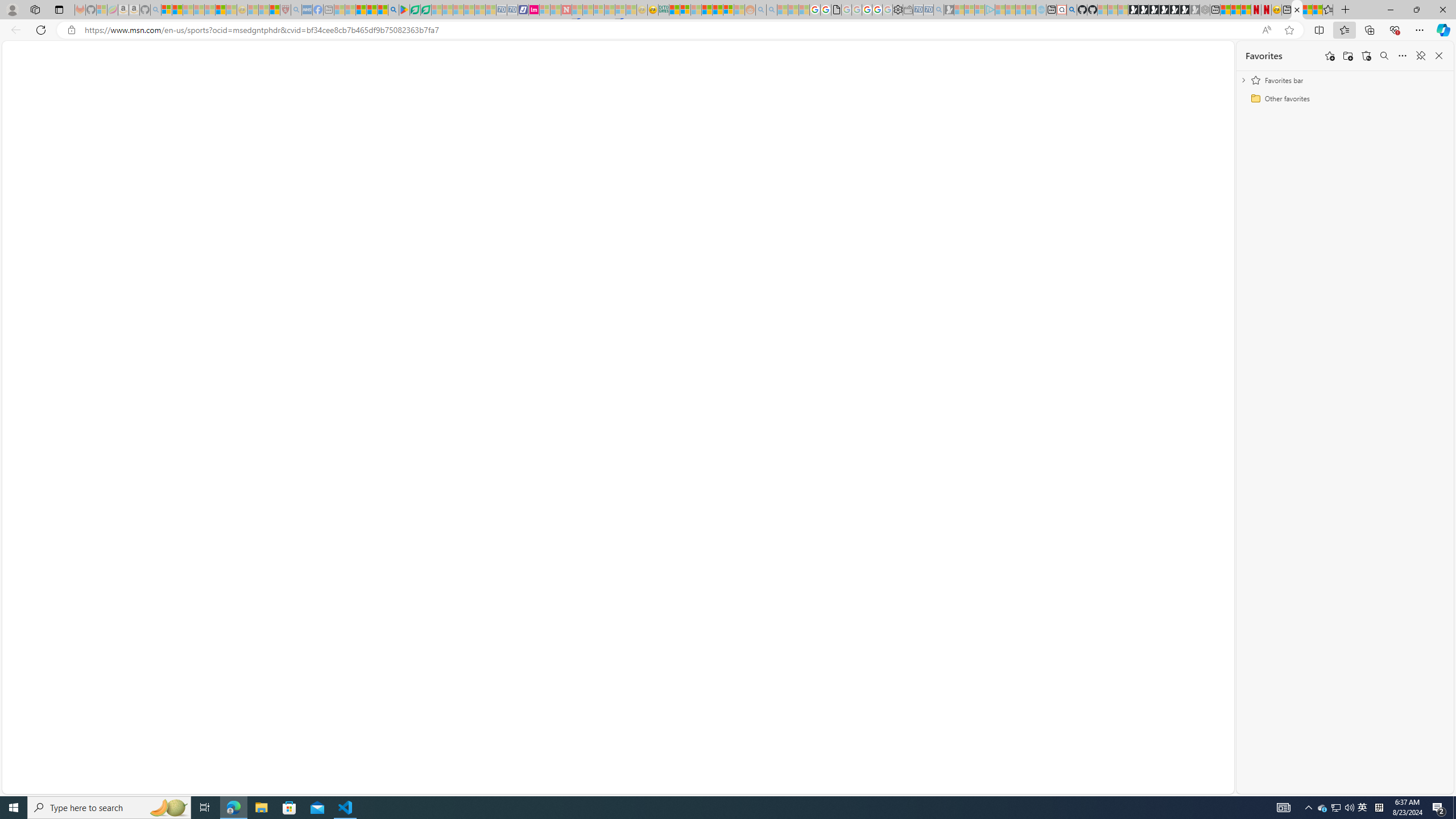 The image size is (1456, 819). Describe the element at coordinates (1071, 9) in the screenshot. I see `'github - Search'` at that location.